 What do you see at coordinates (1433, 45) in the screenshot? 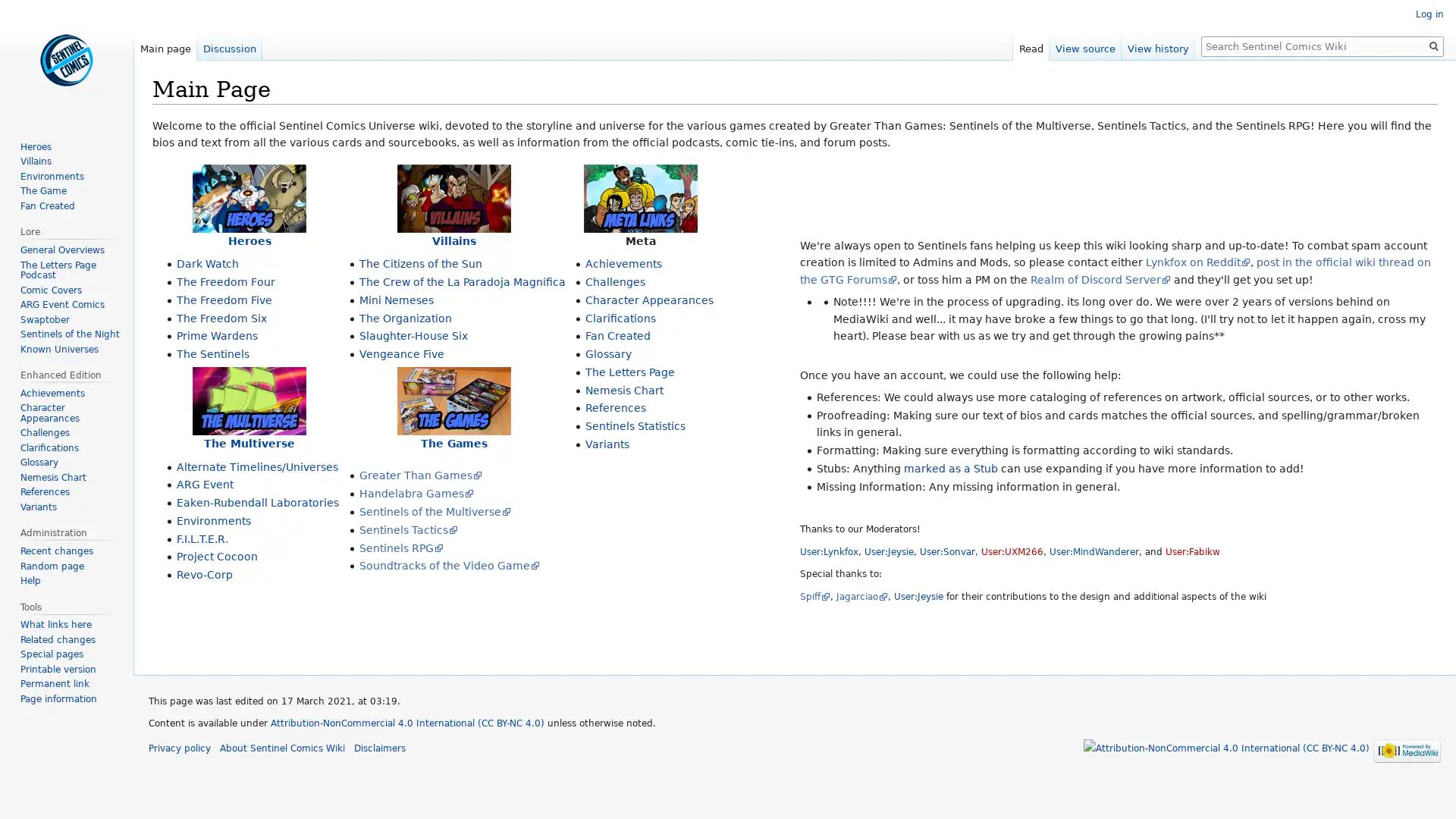
I see `Go` at bounding box center [1433, 45].